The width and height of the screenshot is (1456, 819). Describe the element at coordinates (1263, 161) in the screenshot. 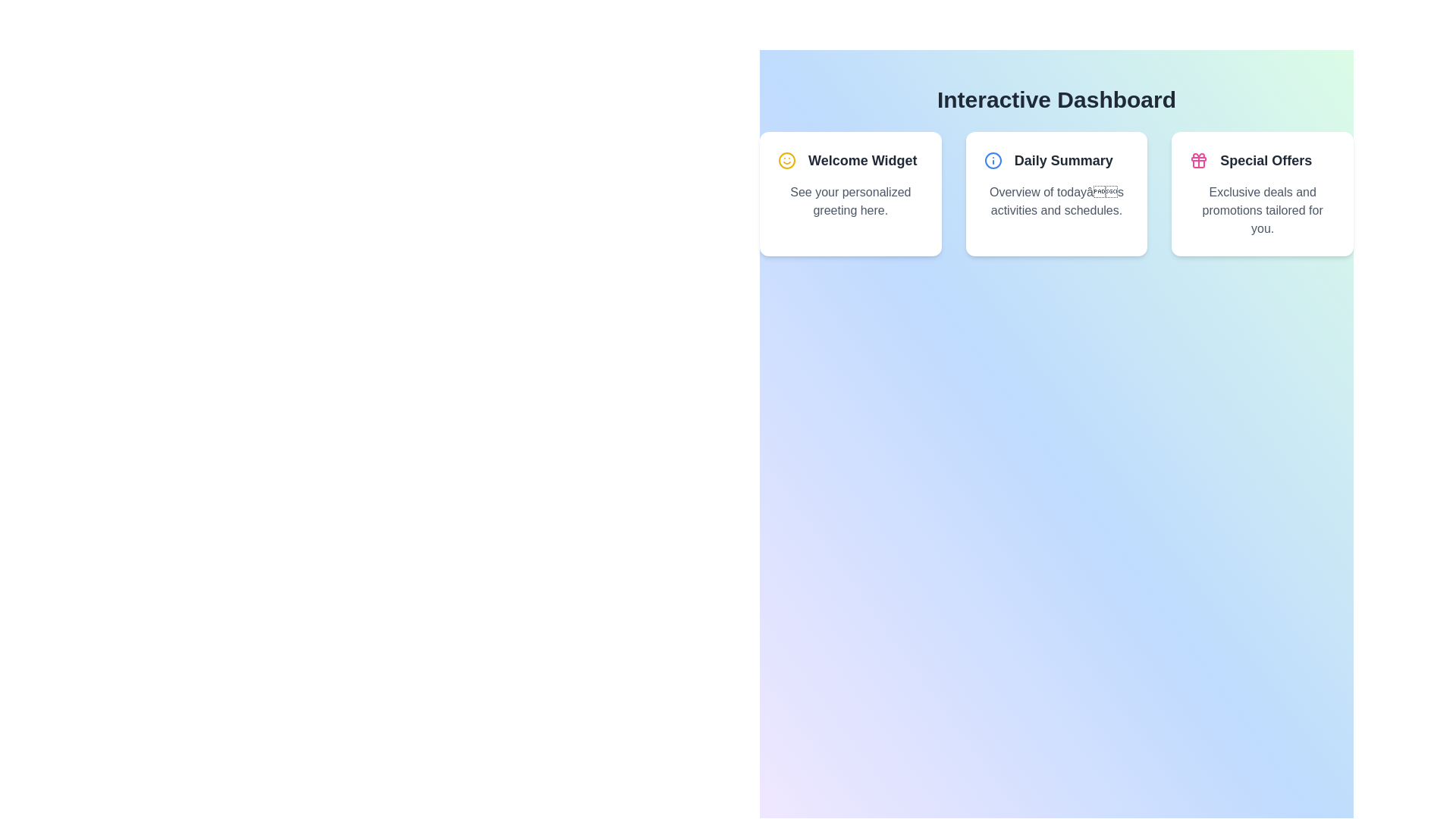

I see `the 'Special Offers' header element, which features bold dark gray text and a pink gift box icon on the left, located on the rightmost side of the layout` at that location.